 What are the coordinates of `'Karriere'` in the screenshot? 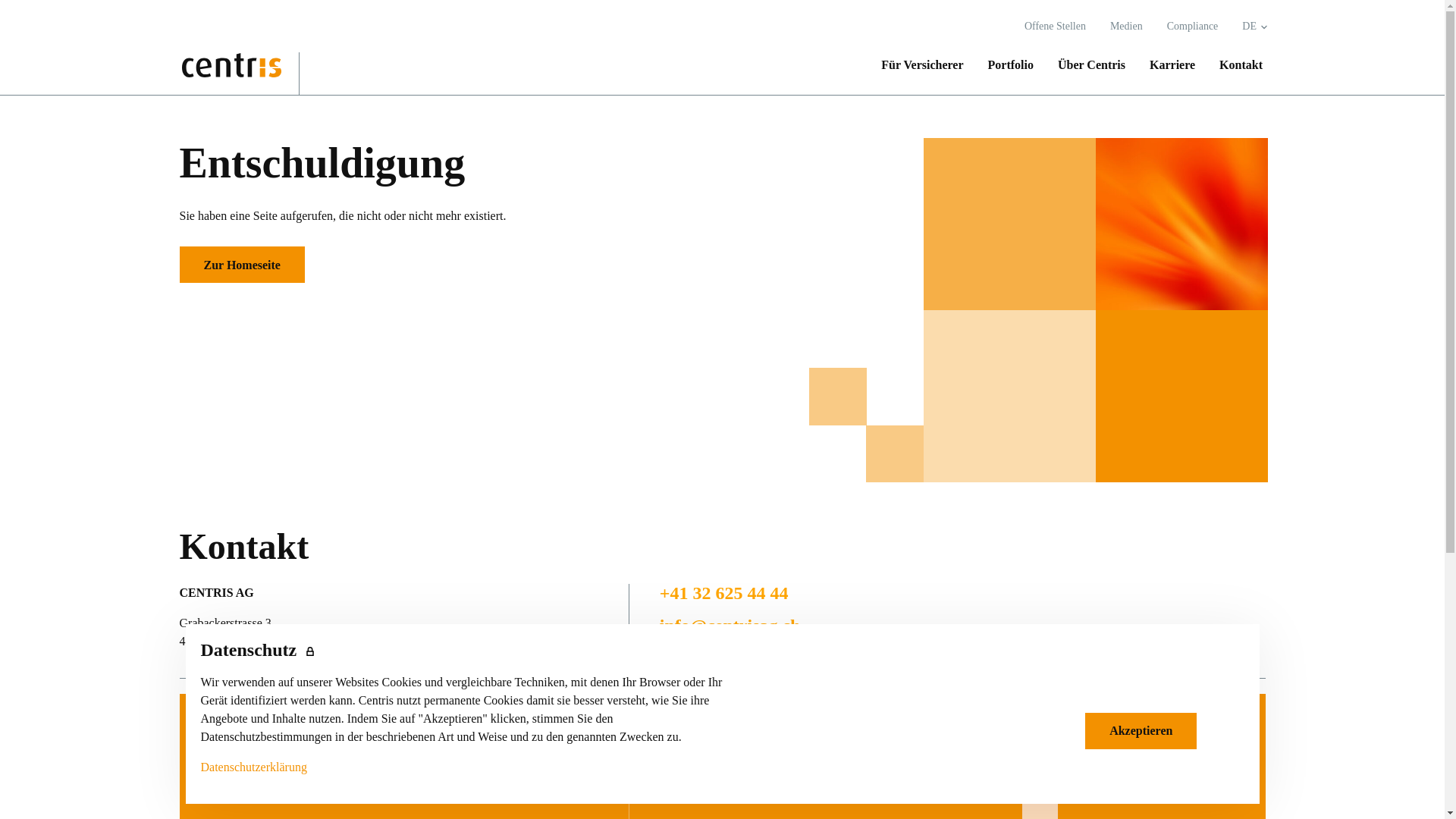 It's located at (1137, 64).